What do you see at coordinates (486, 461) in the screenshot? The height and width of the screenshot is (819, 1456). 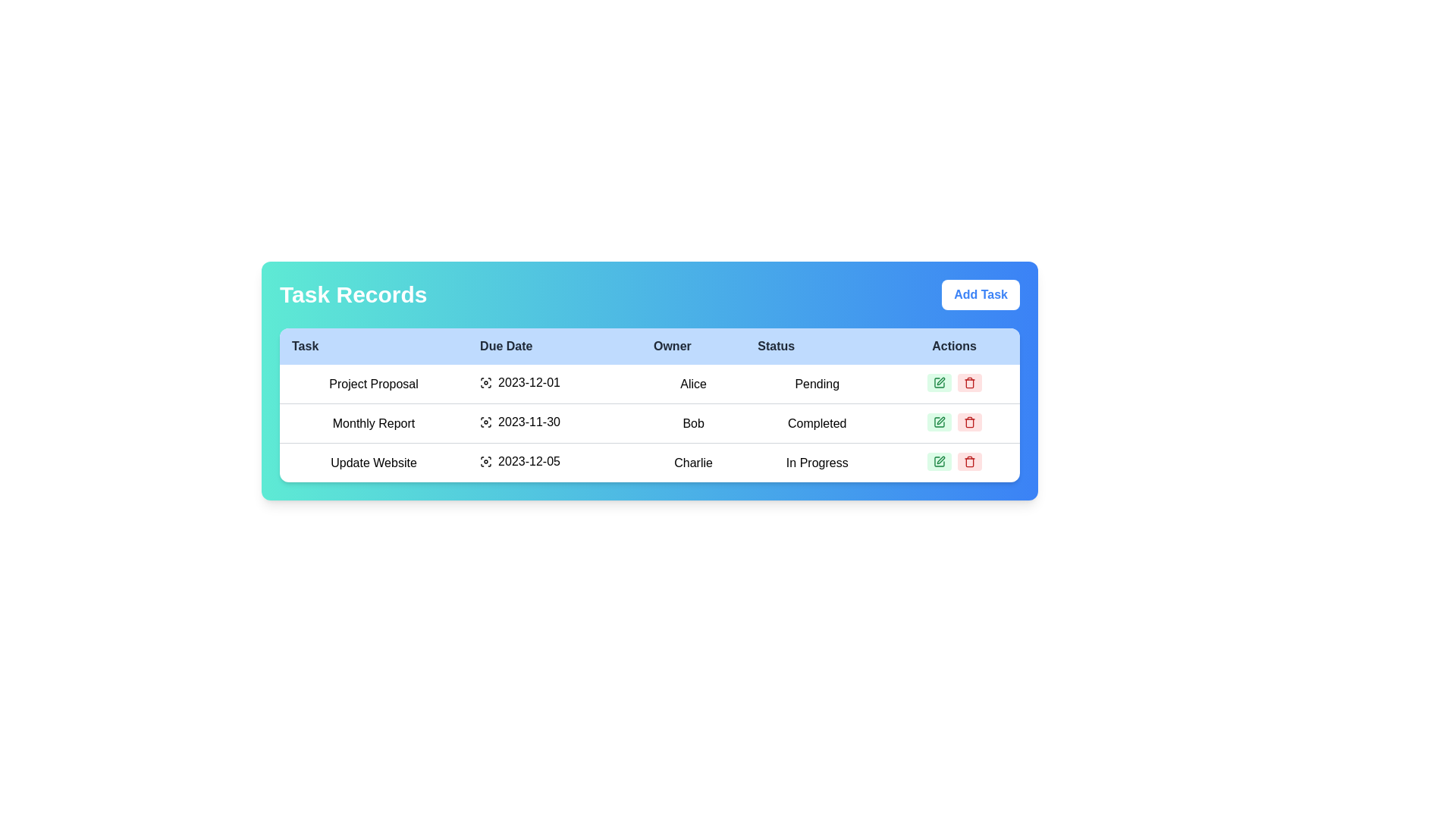 I see `the SVG icon located in the 'Due Date' column of the last row for the task 'Update Website', positioned to the left of the text '2023-12-05'` at bounding box center [486, 461].